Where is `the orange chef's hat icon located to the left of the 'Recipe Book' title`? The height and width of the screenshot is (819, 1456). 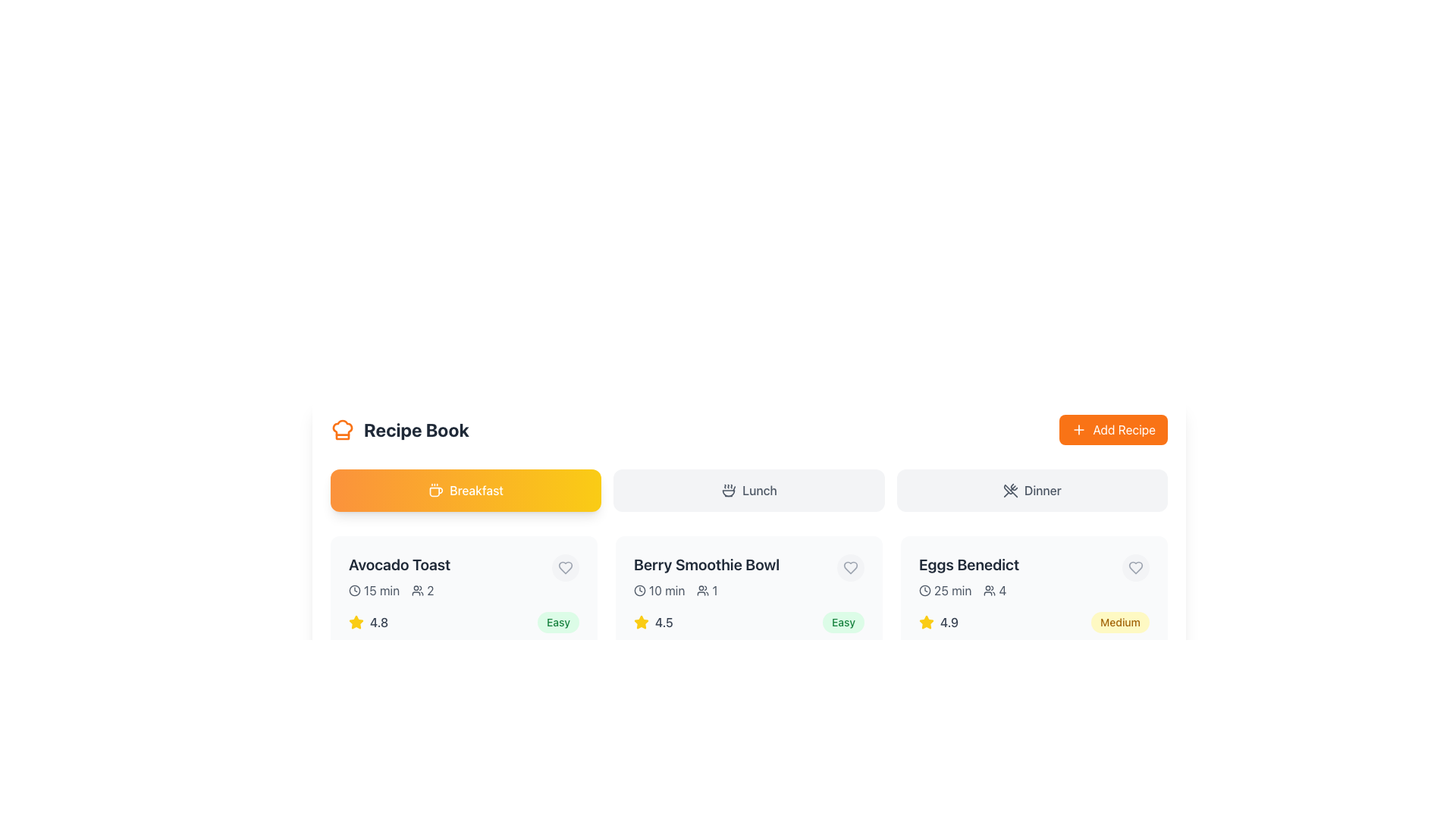 the orange chef's hat icon located to the left of the 'Recipe Book' title is located at coordinates (341, 430).